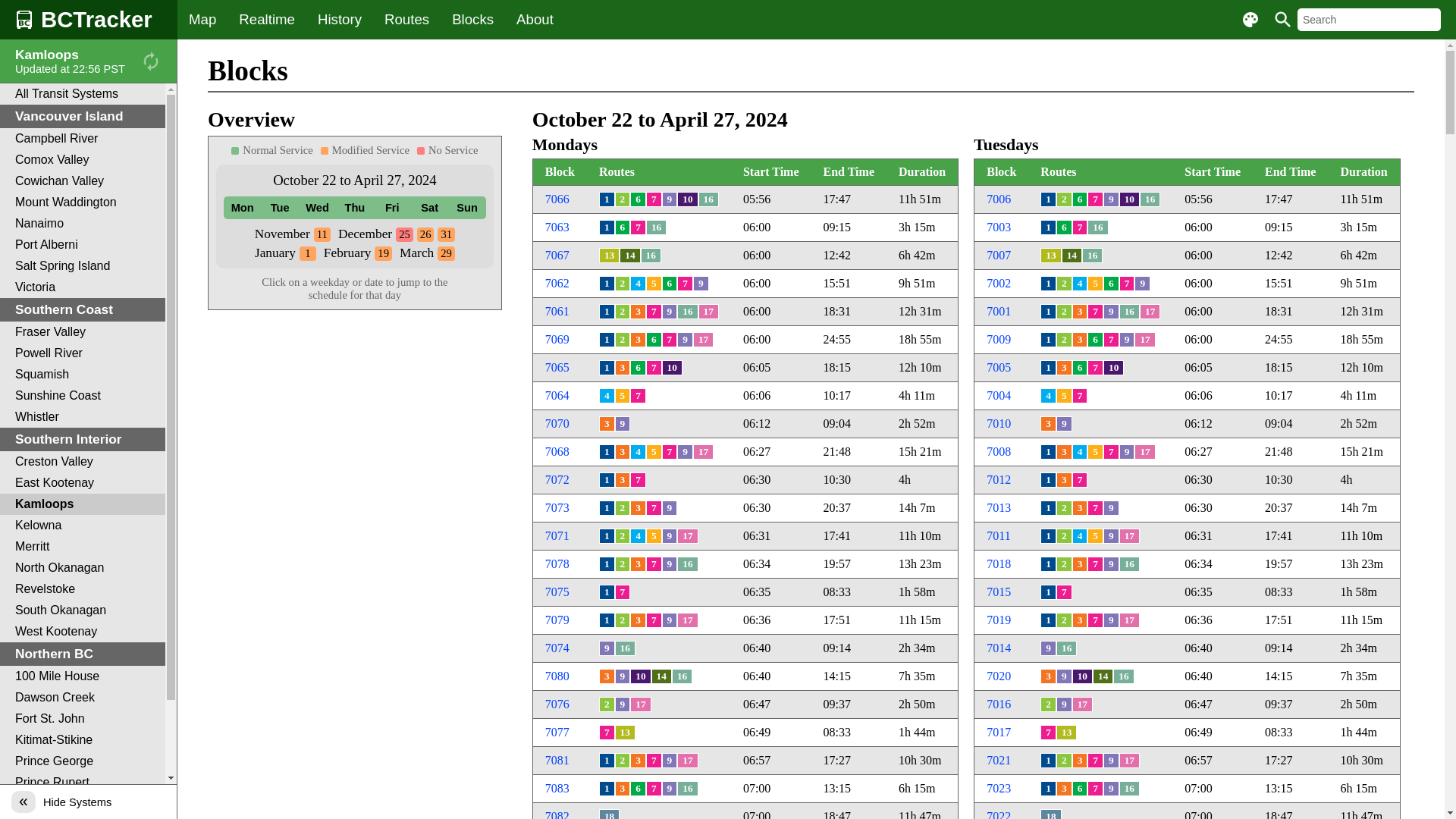  What do you see at coordinates (396, 234) in the screenshot?
I see `'25'` at bounding box center [396, 234].